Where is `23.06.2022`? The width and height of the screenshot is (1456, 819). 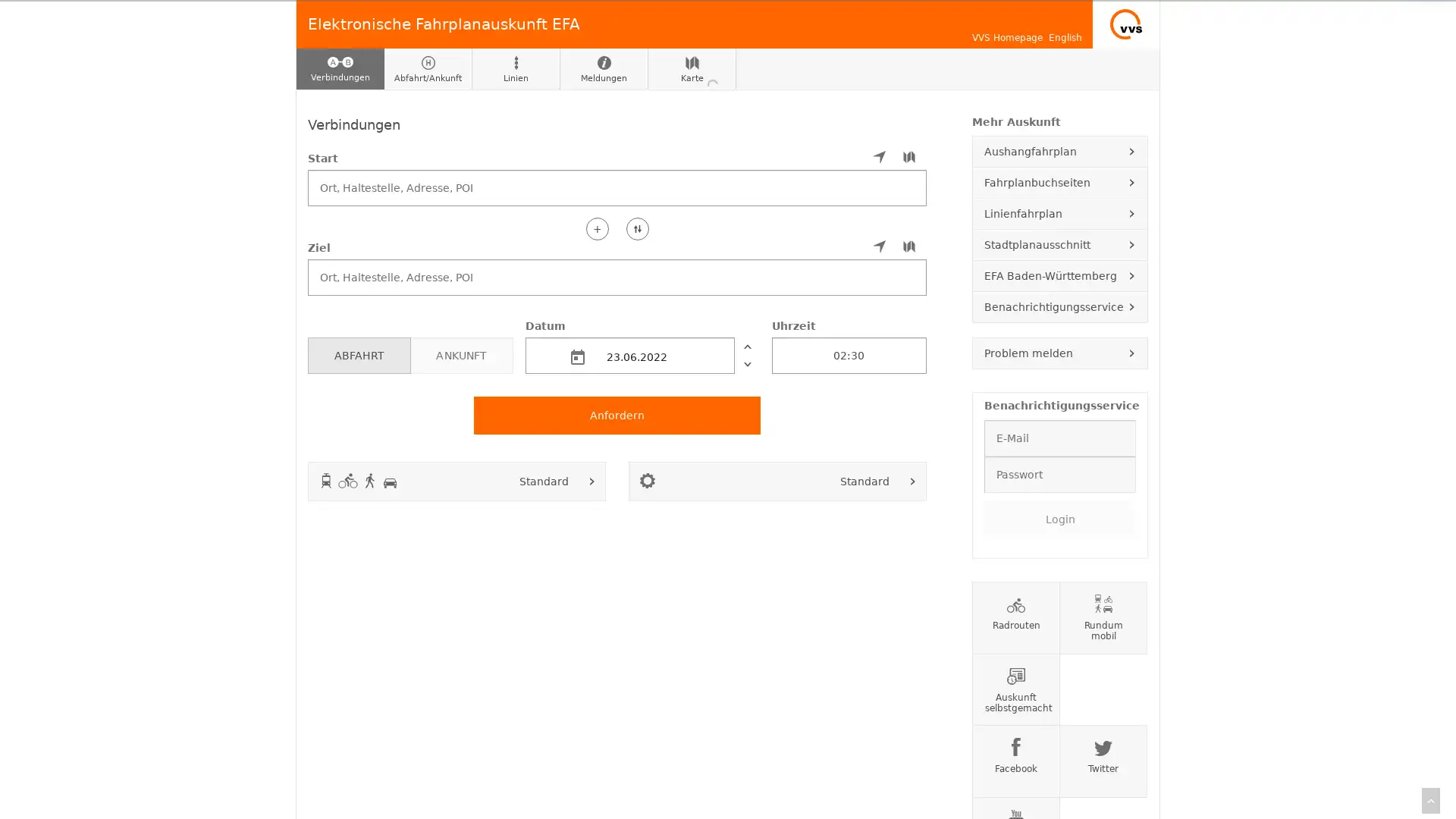
23.06.2022 is located at coordinates (629, 354).